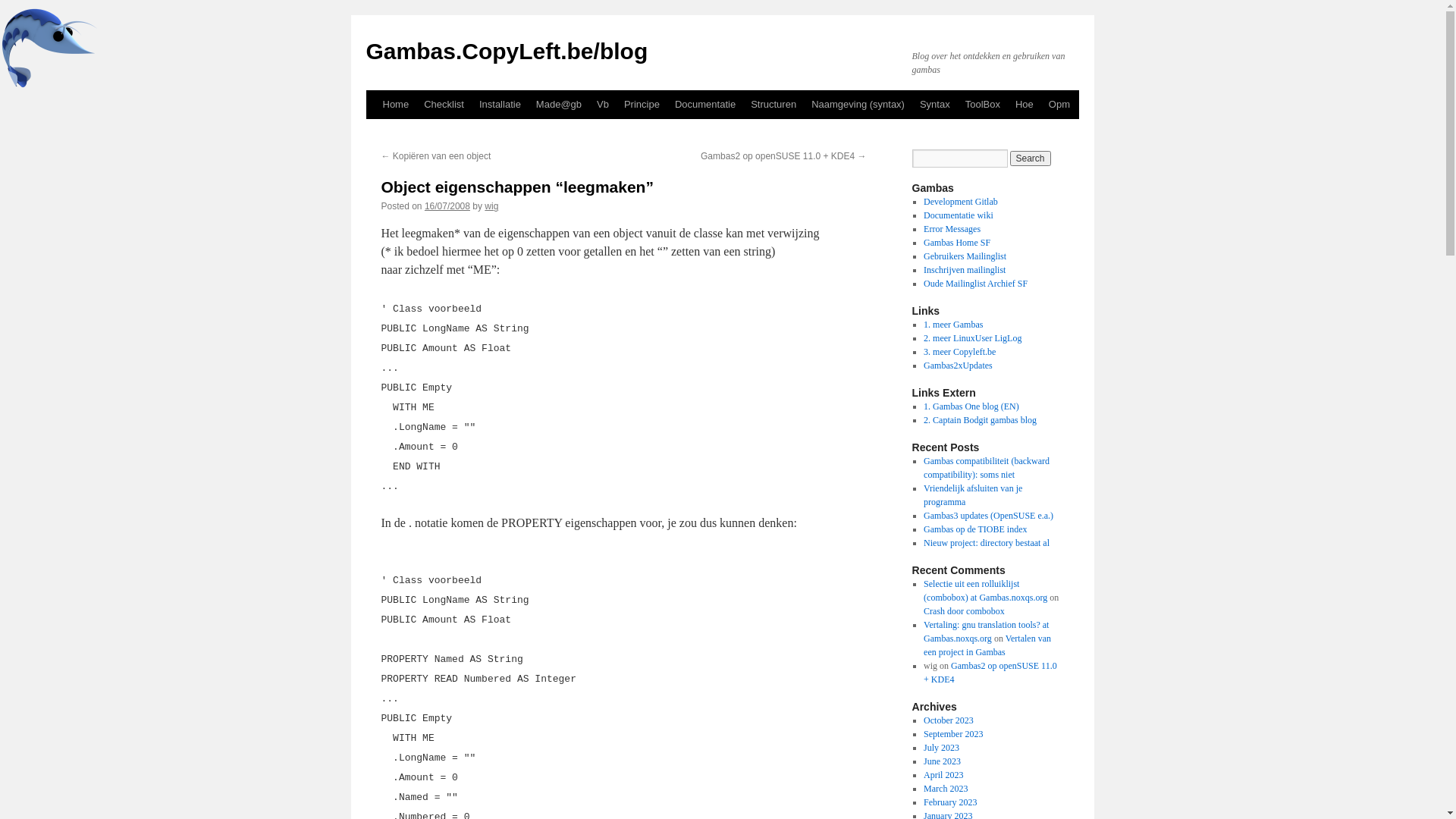 Image resolution: width=1456 pixels, height=819 pixels. I want to click on '16/07/2008', so click(447, 206).